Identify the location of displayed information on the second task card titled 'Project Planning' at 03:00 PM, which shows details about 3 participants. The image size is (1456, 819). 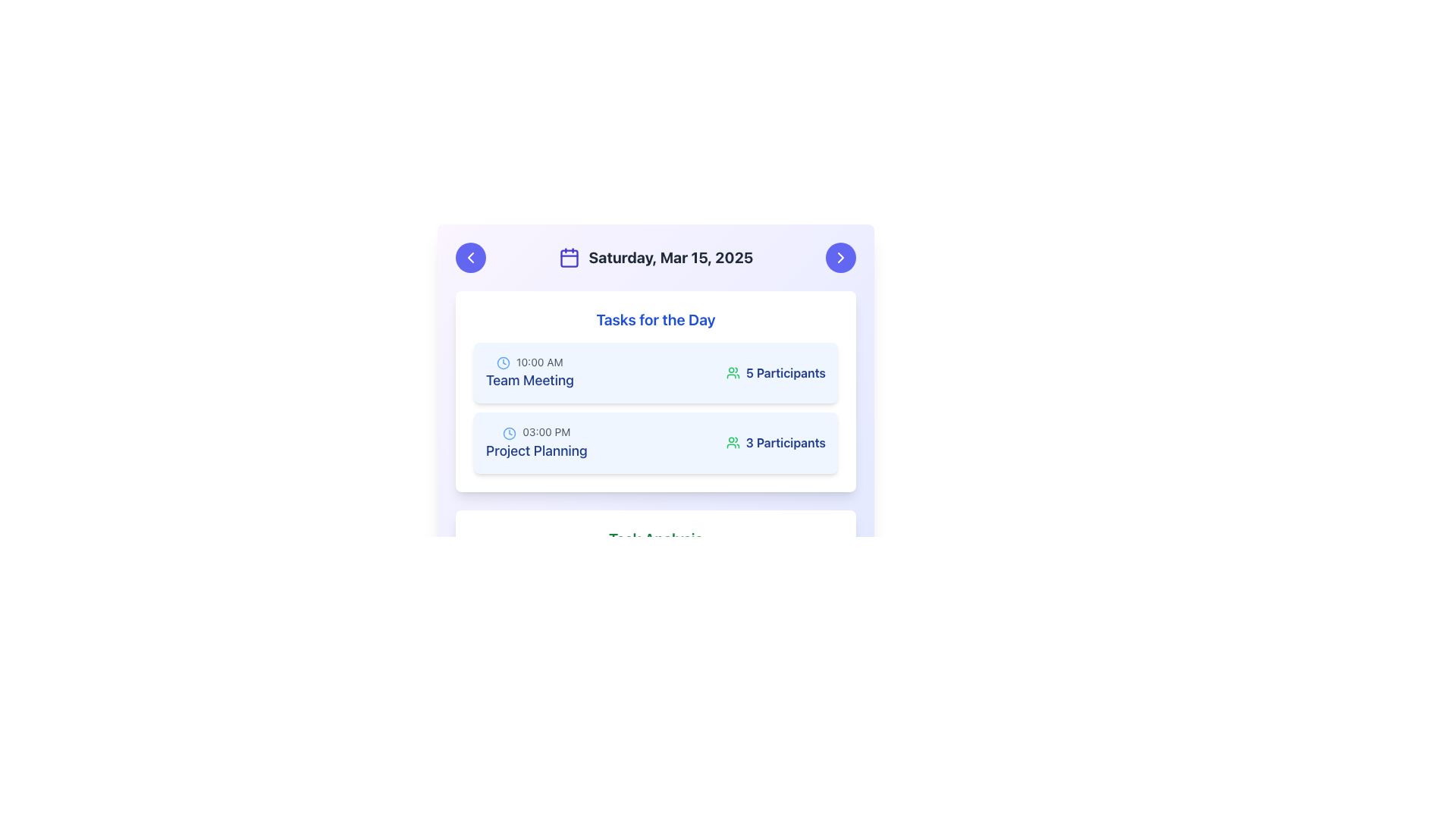
(655, 442).